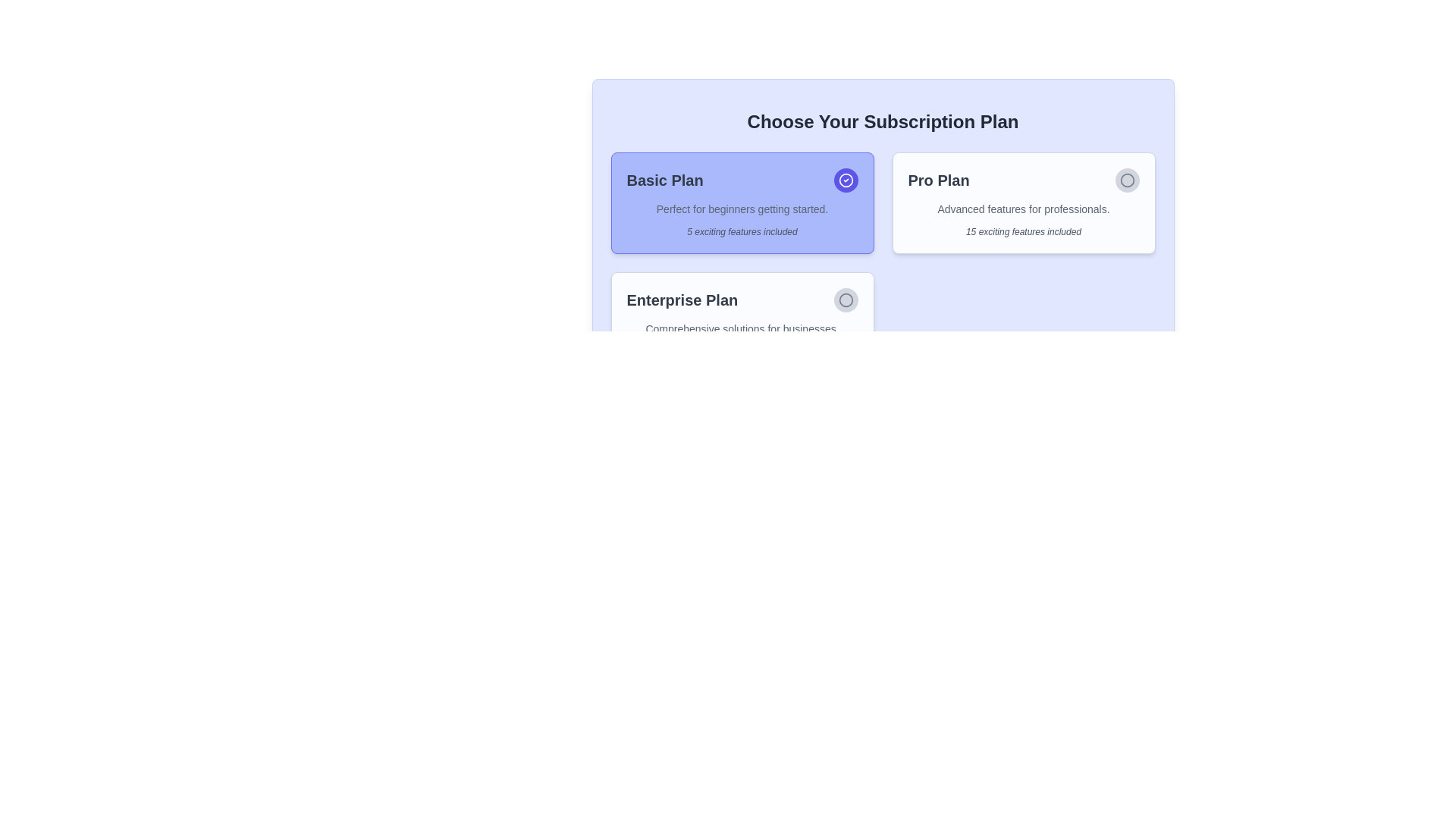 Image resolution: width=1456 pixels, height=819 pixels. What do you see at coordinates (1127, 180) in the screenshot?
I see `the circular icon representing the checkbox indicator in the 'Pro Plan' section, located at the top-right corner of the 'Pro Plan' card` at bounding box center [1127, 180].